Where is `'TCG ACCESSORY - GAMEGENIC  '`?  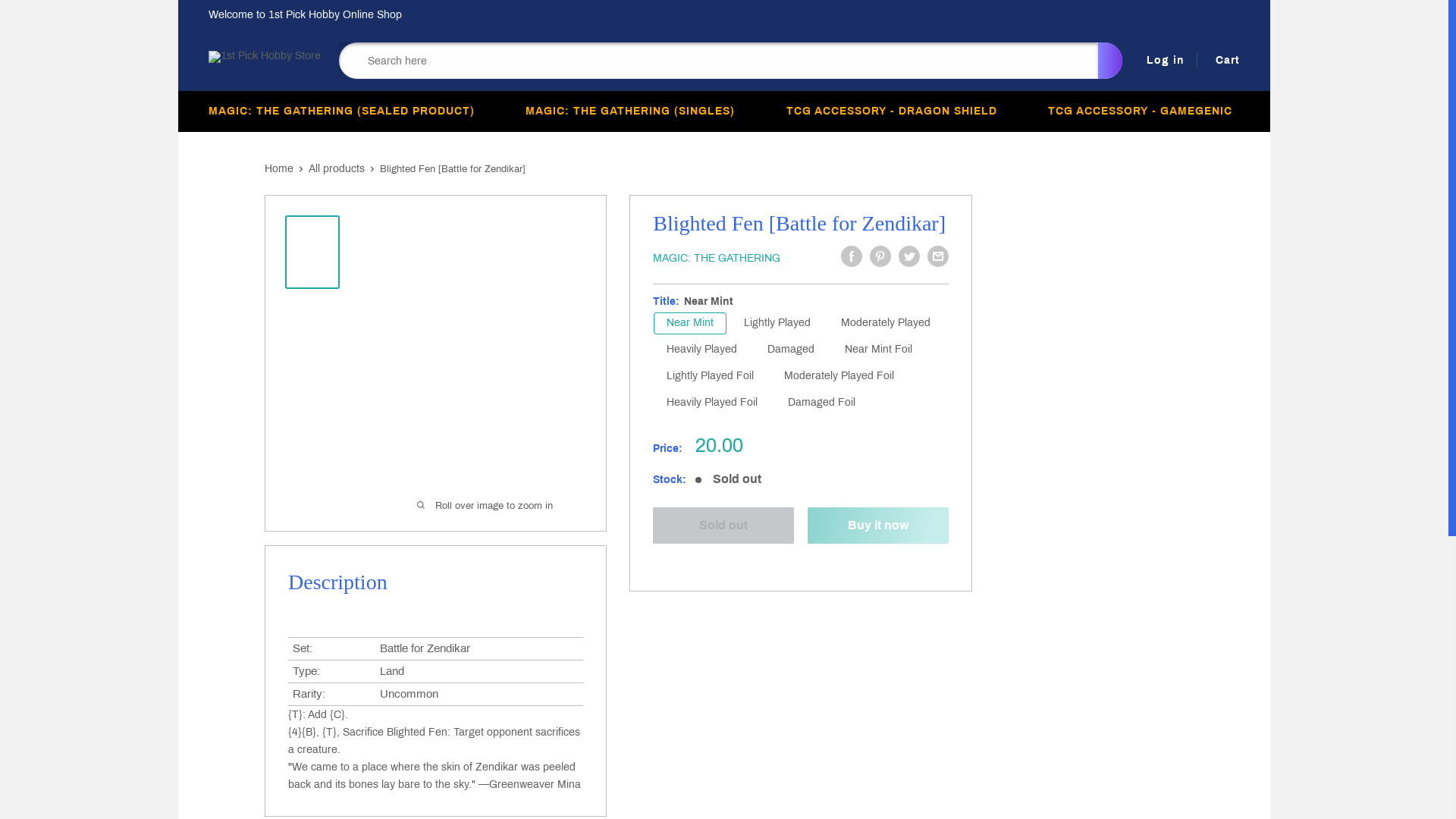
'TCG ACCESSORY - GAMEGENIC  ' is located at coordinates (1144, 110).